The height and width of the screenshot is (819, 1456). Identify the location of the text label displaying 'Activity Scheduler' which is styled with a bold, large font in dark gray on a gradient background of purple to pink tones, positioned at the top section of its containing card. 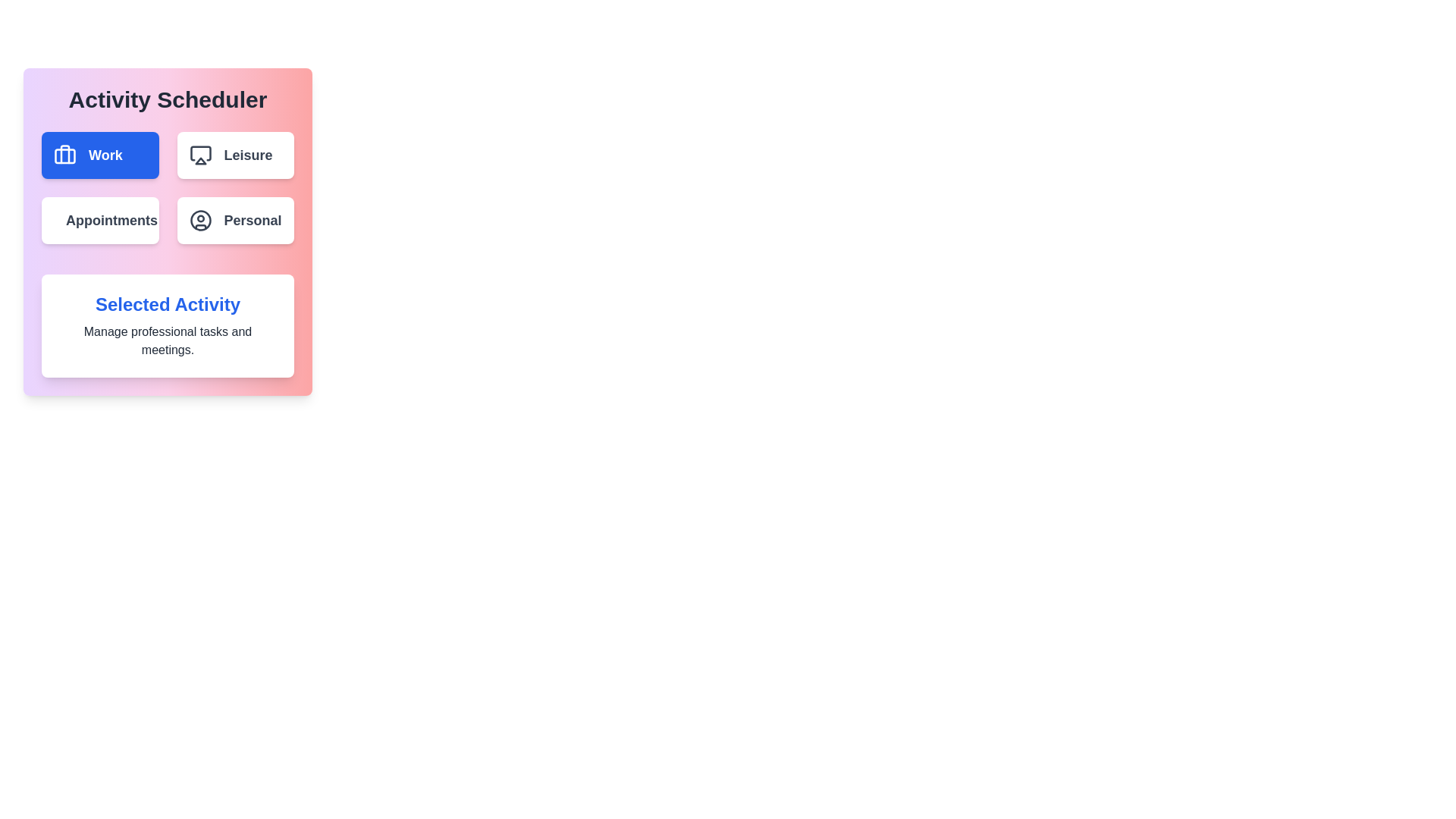
(168, 99).